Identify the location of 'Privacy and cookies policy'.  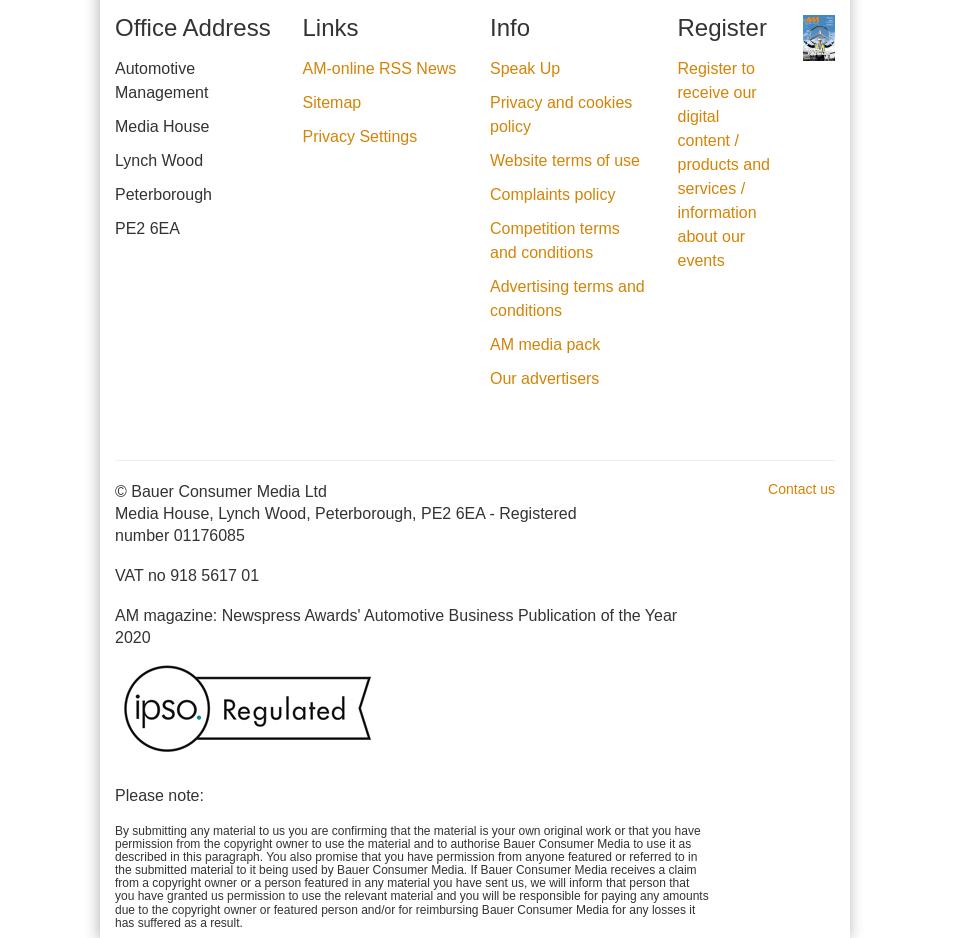
(560, 112).